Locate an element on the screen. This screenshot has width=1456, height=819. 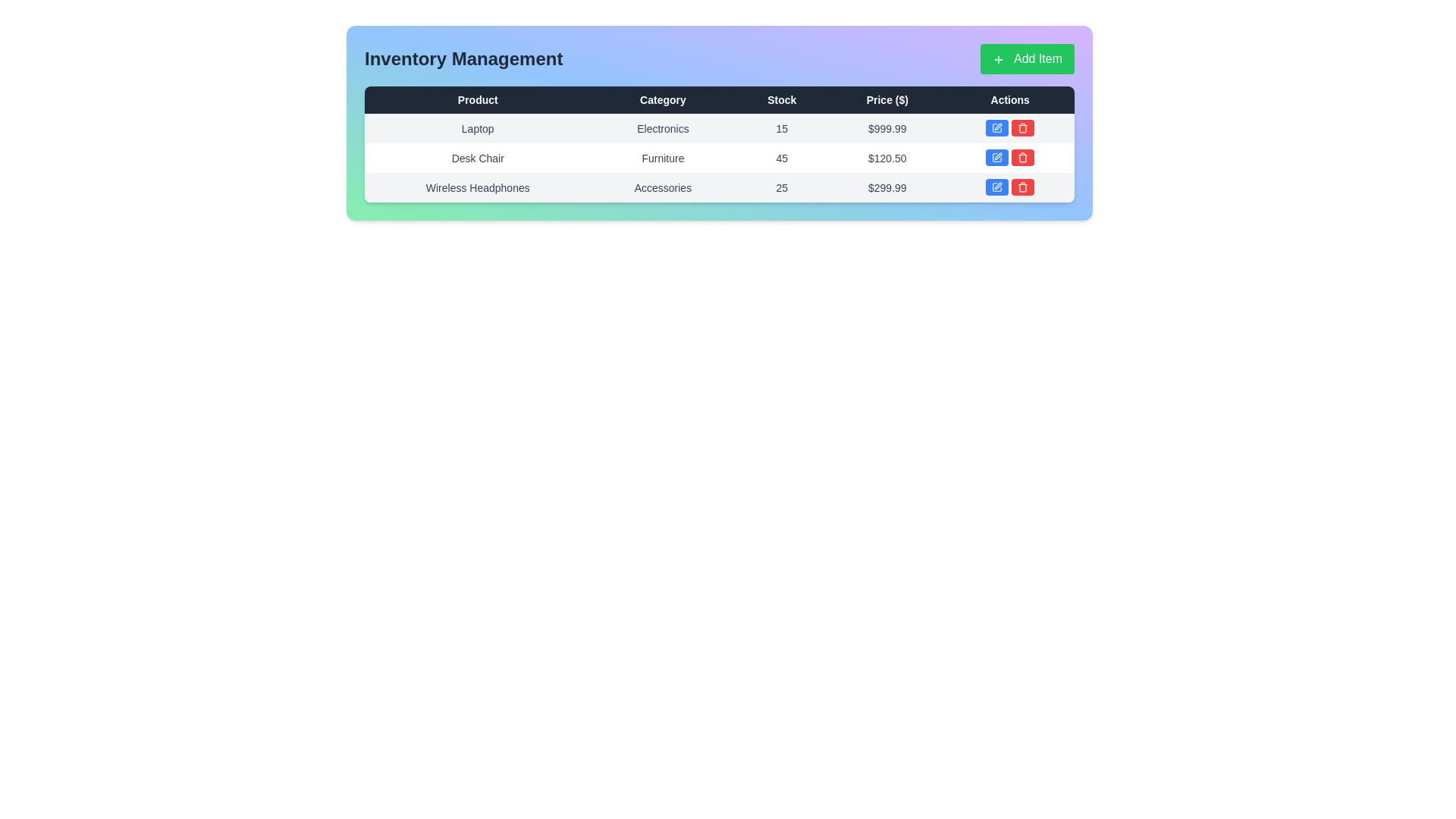
the 'Add Item' icon located is located at coordinates (999, 58).